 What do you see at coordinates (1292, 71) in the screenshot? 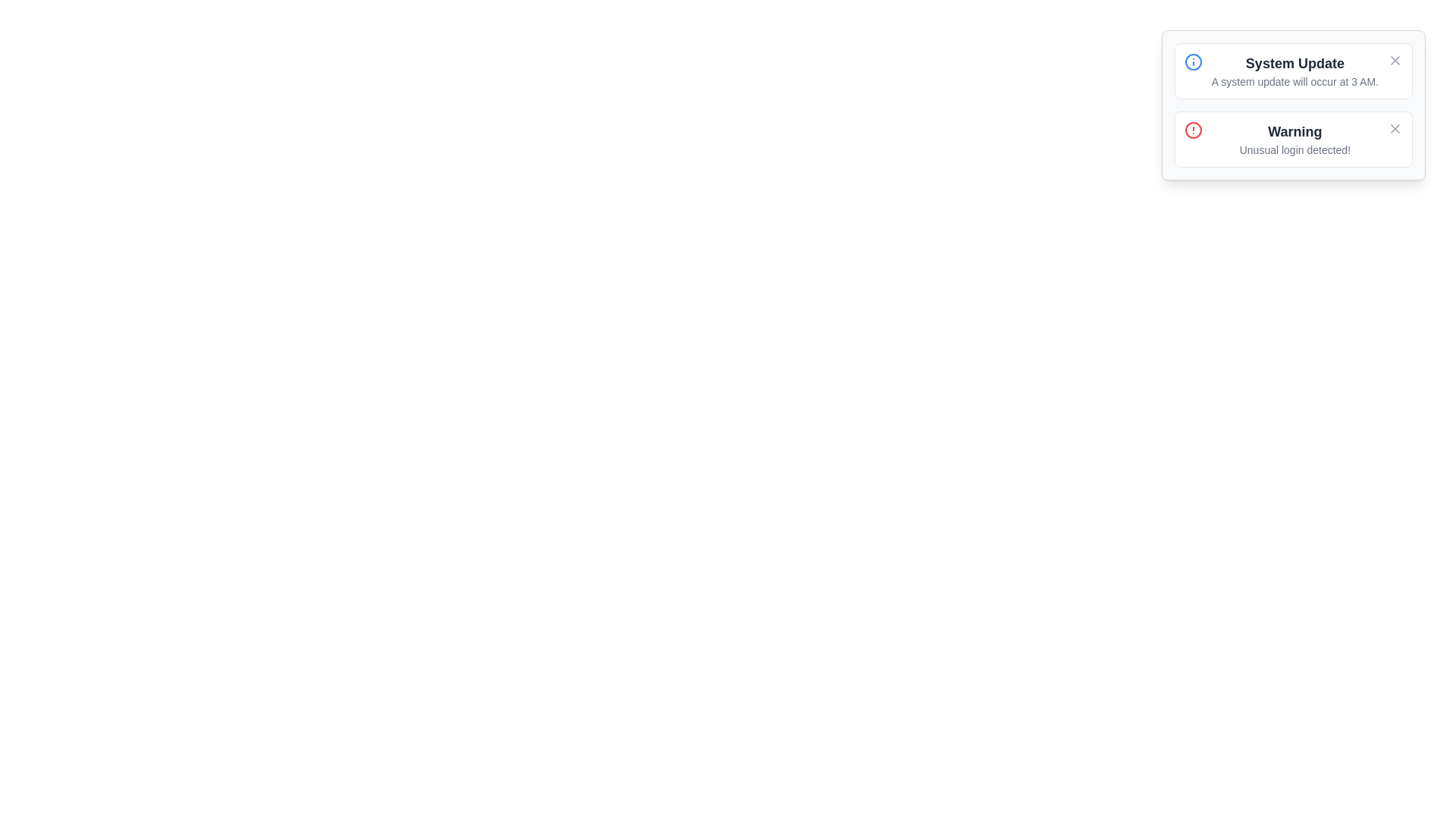
I see `information displayed on the Notification card located at the top-right corner of the interface, above the Warning card` at bounding box center [1292, 71].